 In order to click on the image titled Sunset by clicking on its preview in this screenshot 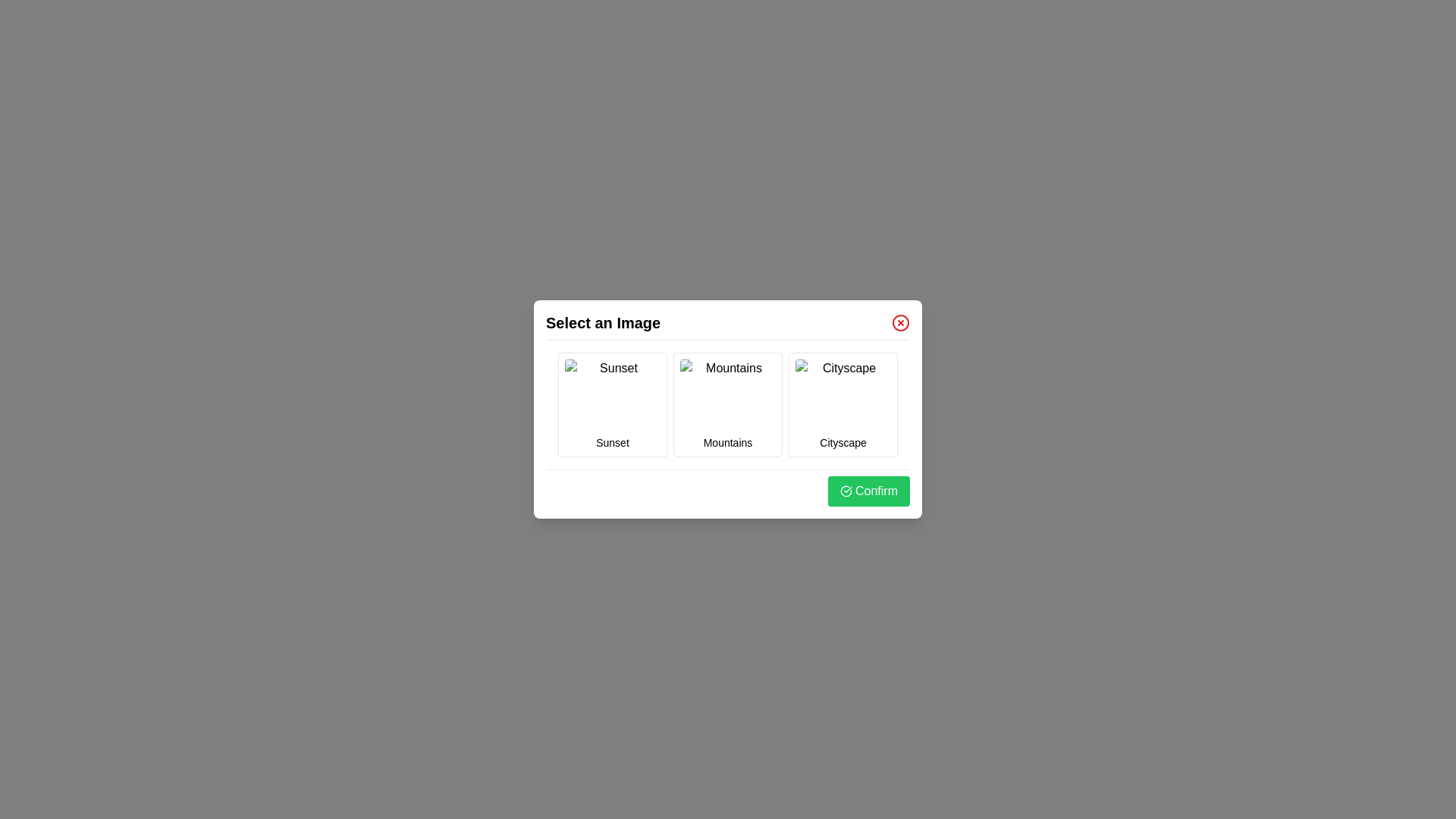, I will do `click(612, 394)`.